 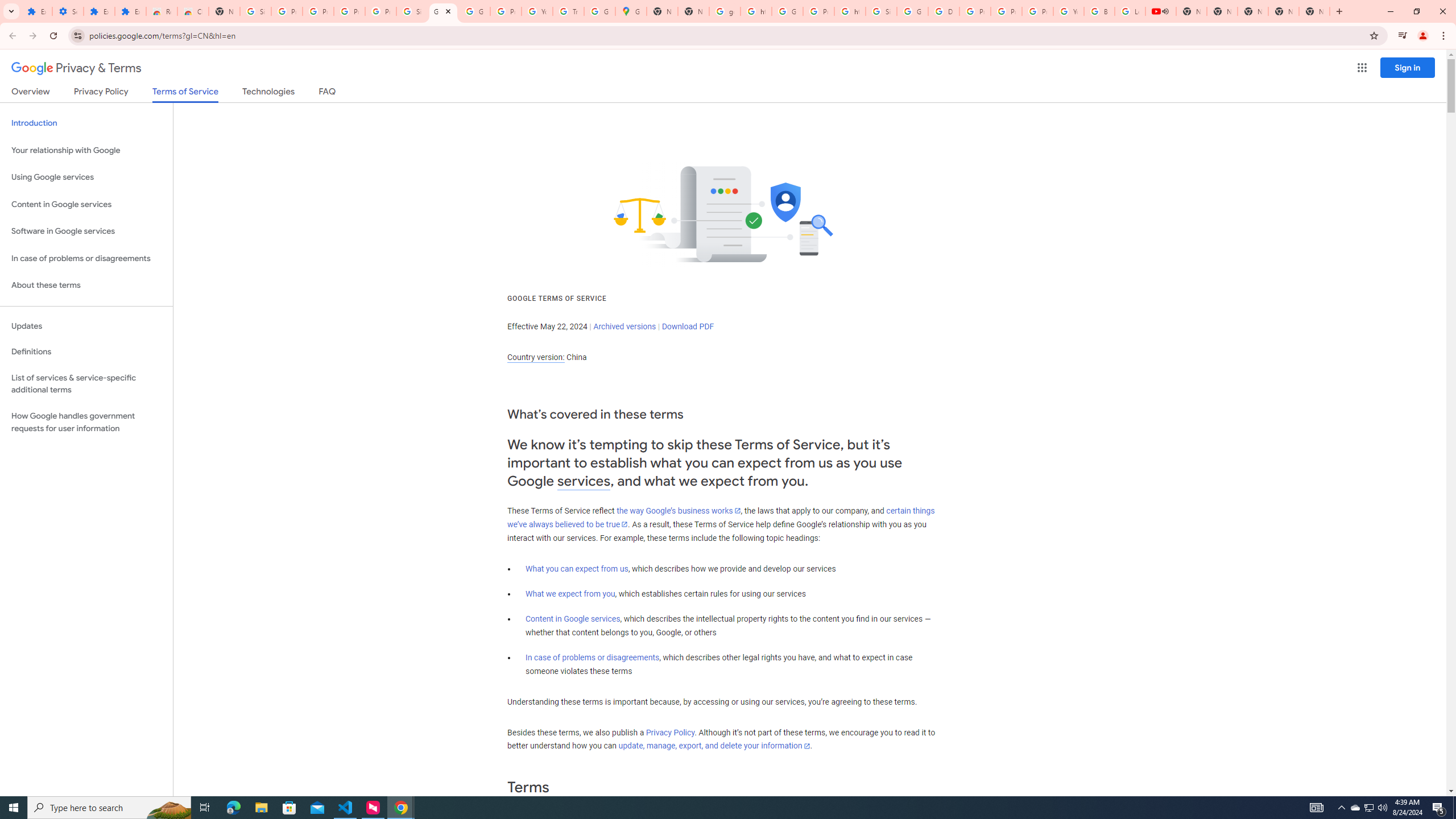 I want to click on 'Sign in - Google Accounts', so click(x=411, y=11).